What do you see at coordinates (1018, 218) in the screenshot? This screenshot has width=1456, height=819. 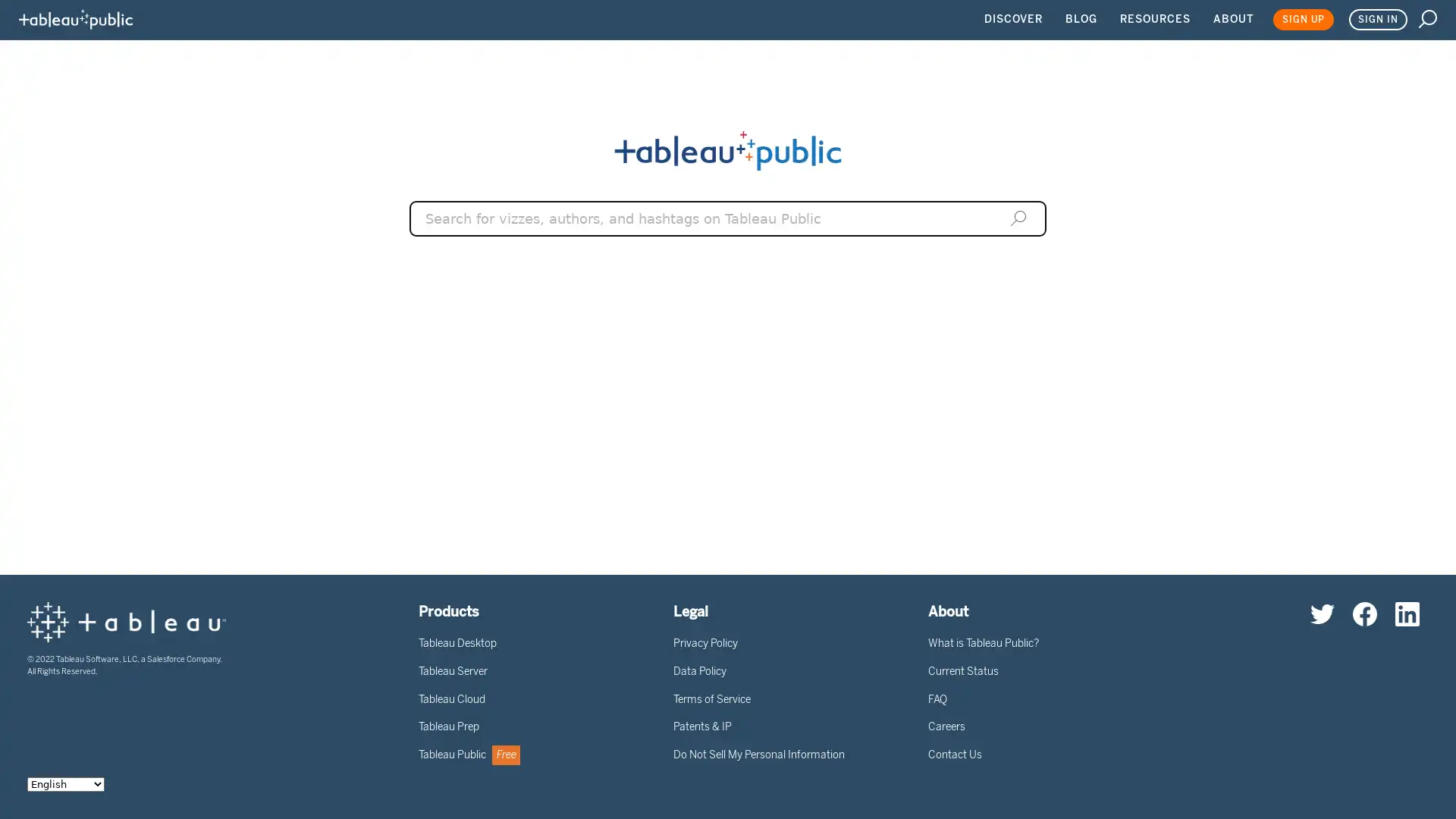 I see `Search` at bounding box center [1018, 218].